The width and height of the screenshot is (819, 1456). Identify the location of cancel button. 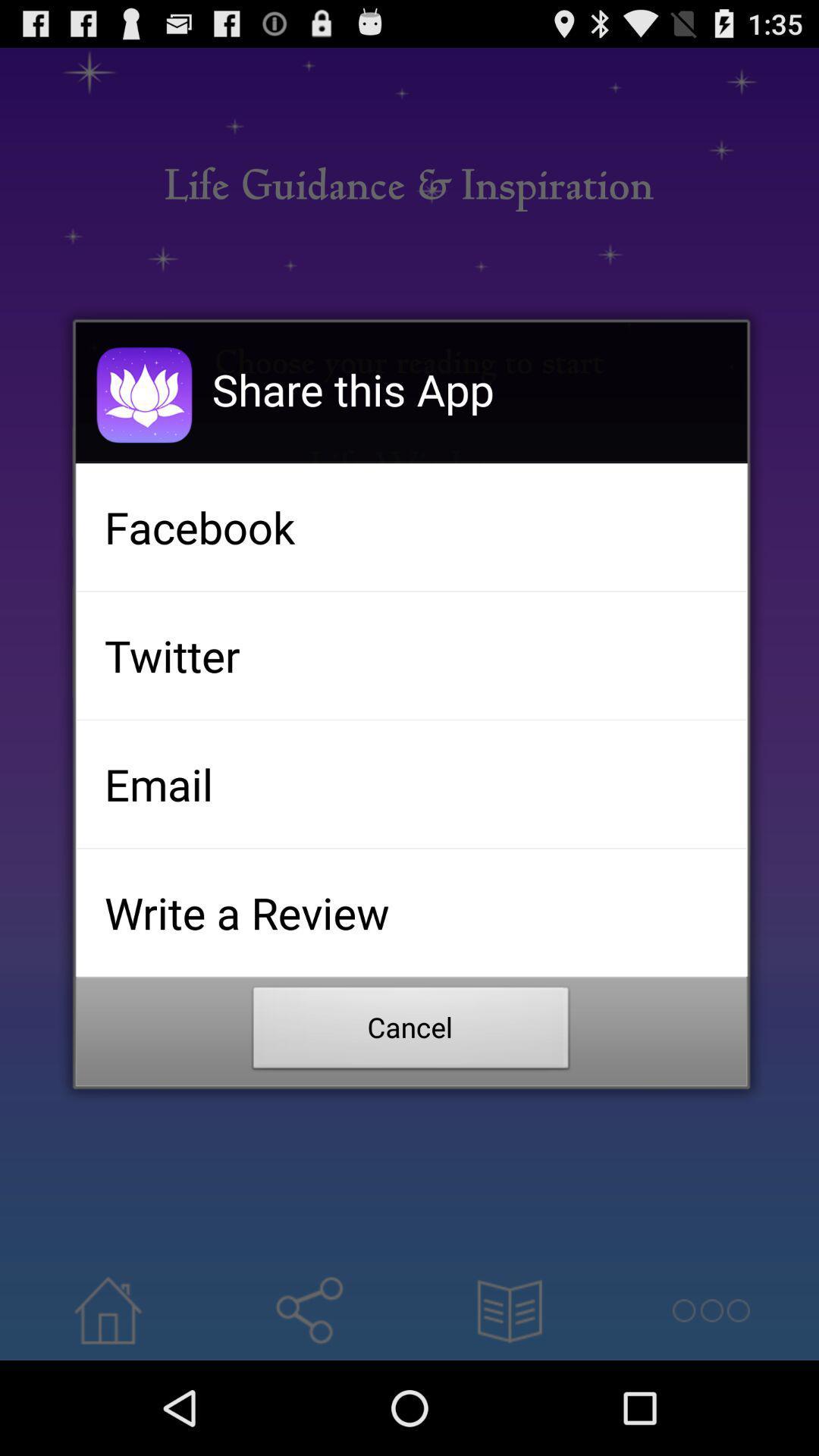
(411, 1031).